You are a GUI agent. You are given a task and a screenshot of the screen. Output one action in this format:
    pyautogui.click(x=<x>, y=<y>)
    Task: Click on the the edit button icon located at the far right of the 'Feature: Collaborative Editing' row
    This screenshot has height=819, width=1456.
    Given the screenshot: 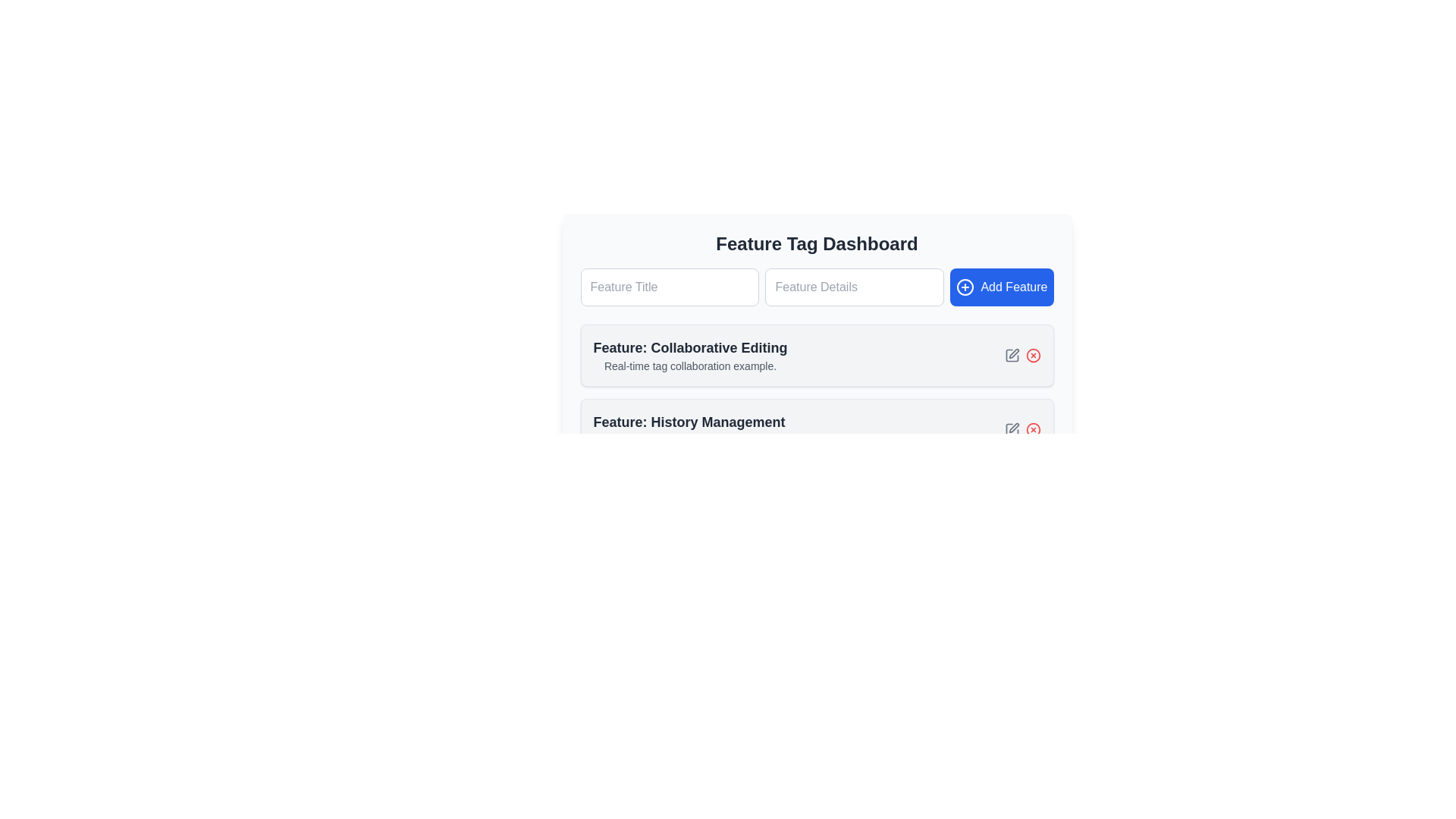 What is the action you would take?
    pyautogui.click(x=1012, y=353)
    